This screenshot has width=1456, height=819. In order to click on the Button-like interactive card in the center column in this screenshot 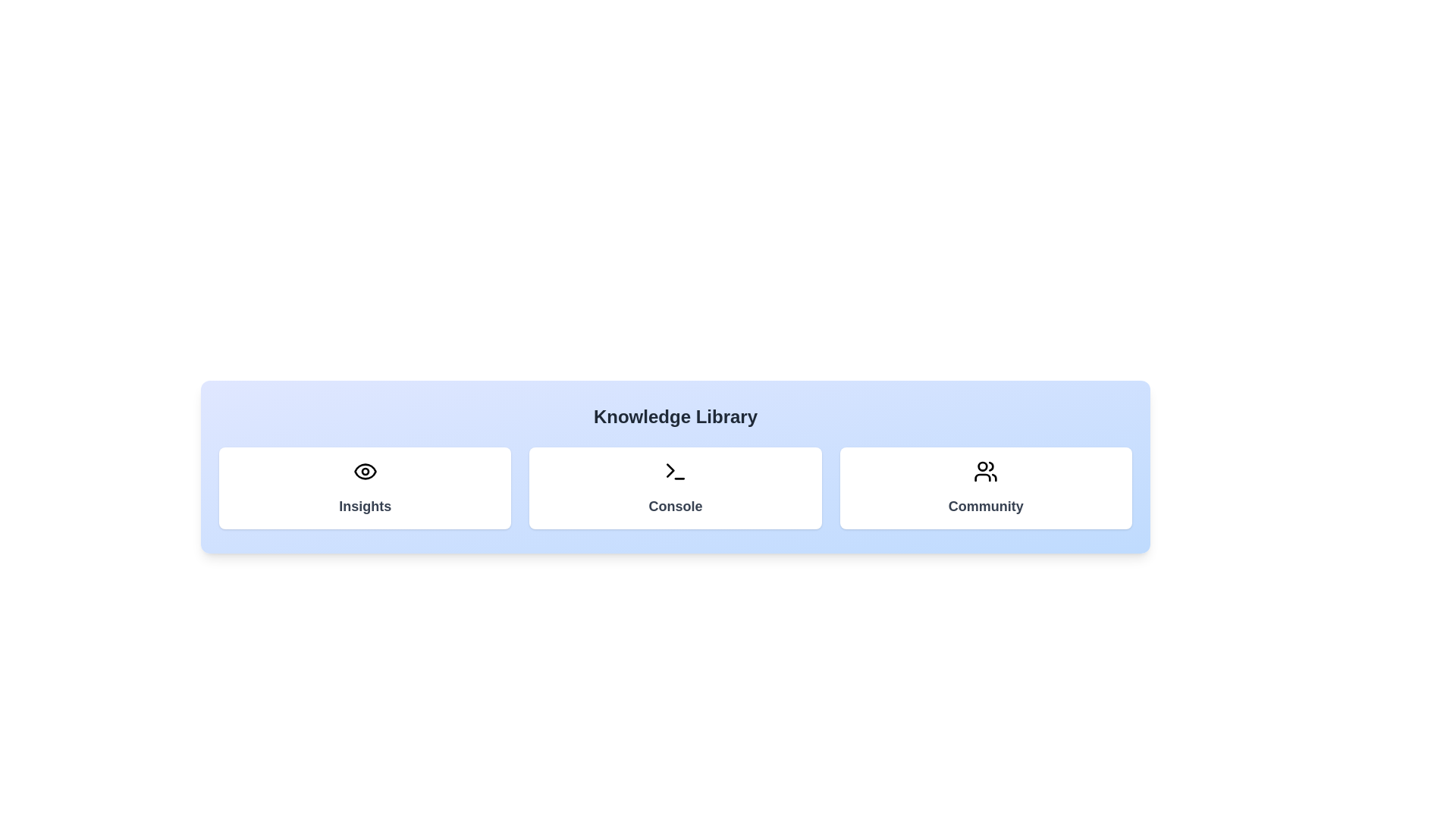, I will do `click(675, 488)`.